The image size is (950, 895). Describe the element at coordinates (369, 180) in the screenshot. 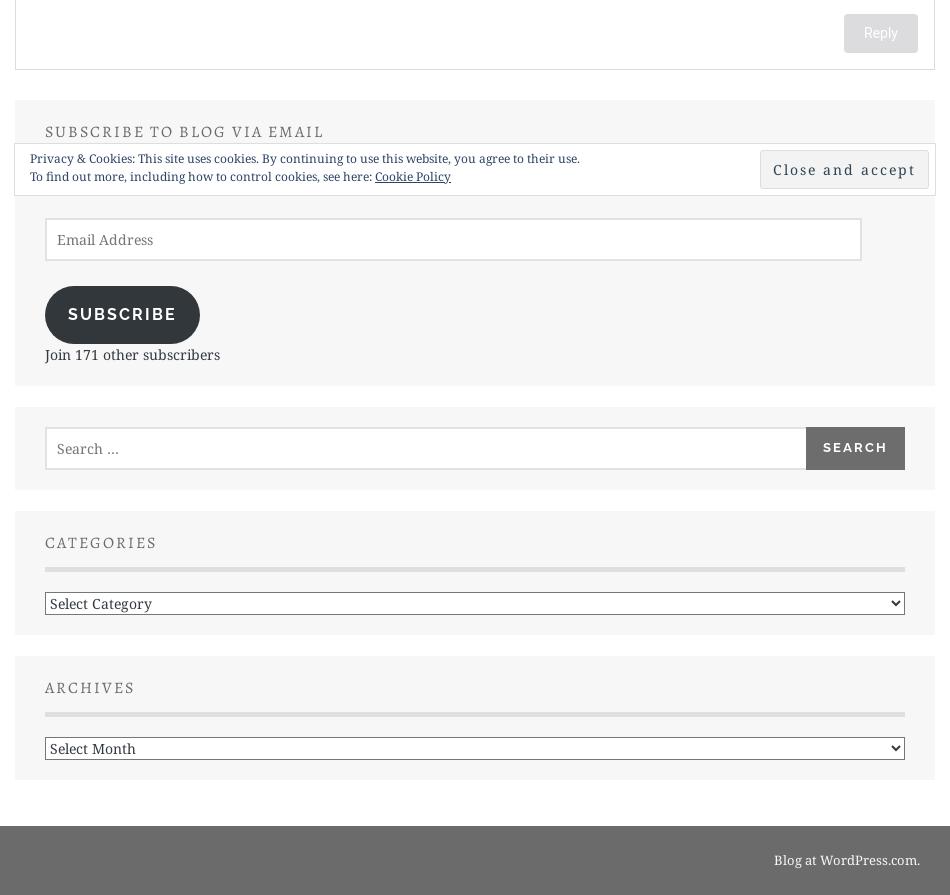

I see `'Enter your email address to subscribe to this blog and receive notifications of new posts by email.'` at that location.